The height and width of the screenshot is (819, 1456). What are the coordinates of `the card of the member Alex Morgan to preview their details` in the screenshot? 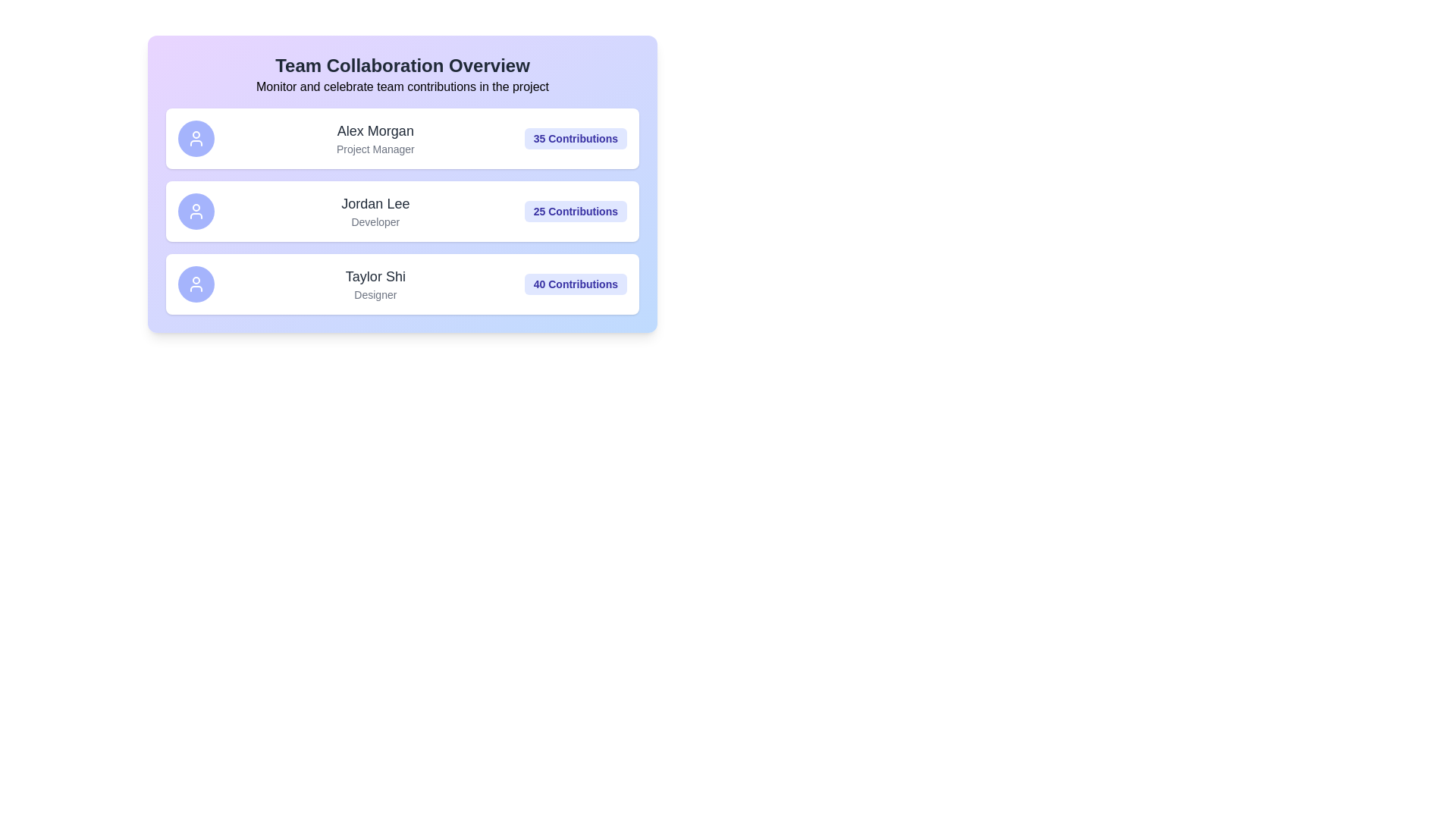 It's located at (403, 138).